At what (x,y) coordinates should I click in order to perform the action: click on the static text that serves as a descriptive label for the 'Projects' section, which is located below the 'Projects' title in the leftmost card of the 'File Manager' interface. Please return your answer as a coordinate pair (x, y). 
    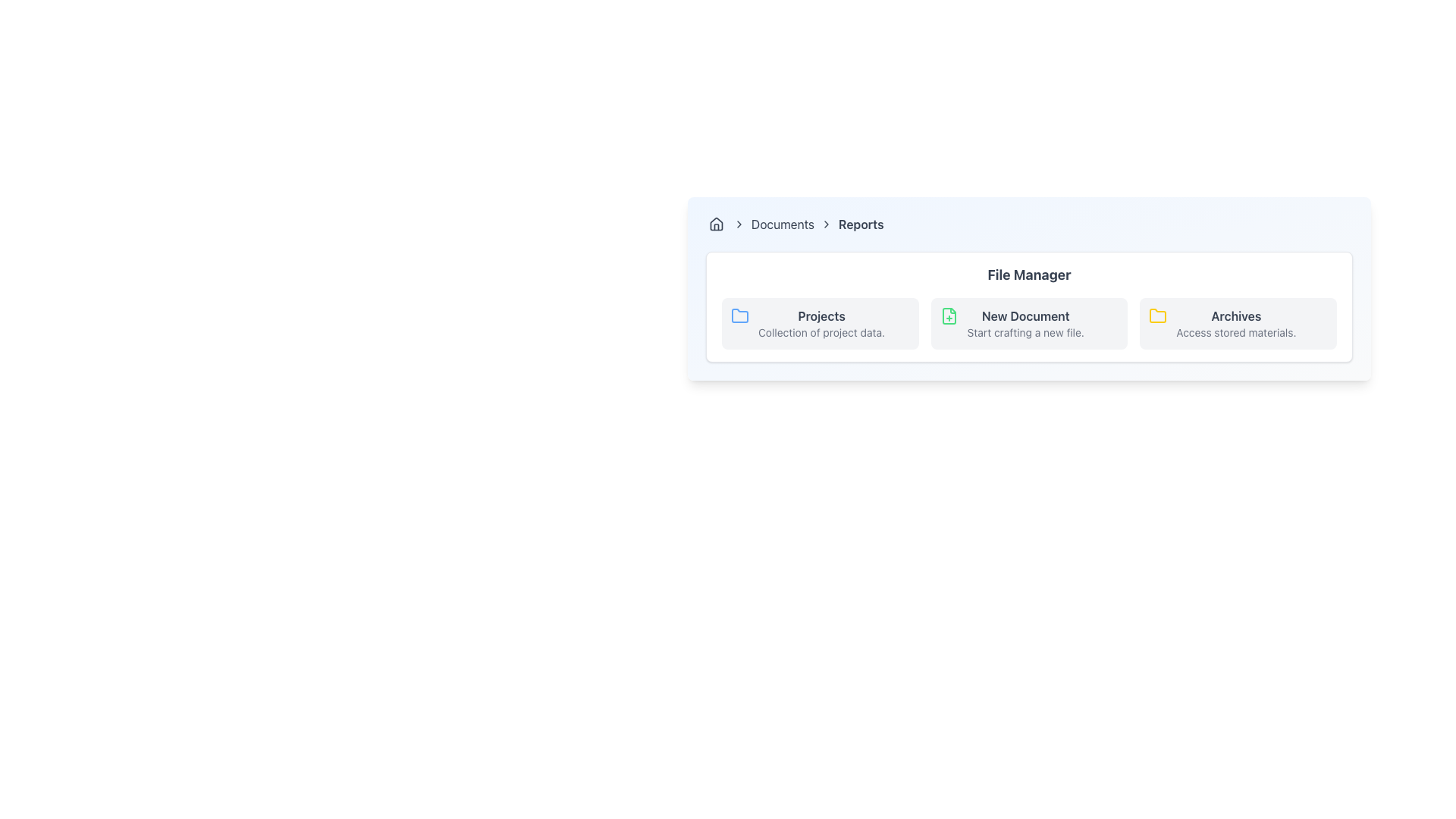
    Looking at the image, I should click on (821, 332).